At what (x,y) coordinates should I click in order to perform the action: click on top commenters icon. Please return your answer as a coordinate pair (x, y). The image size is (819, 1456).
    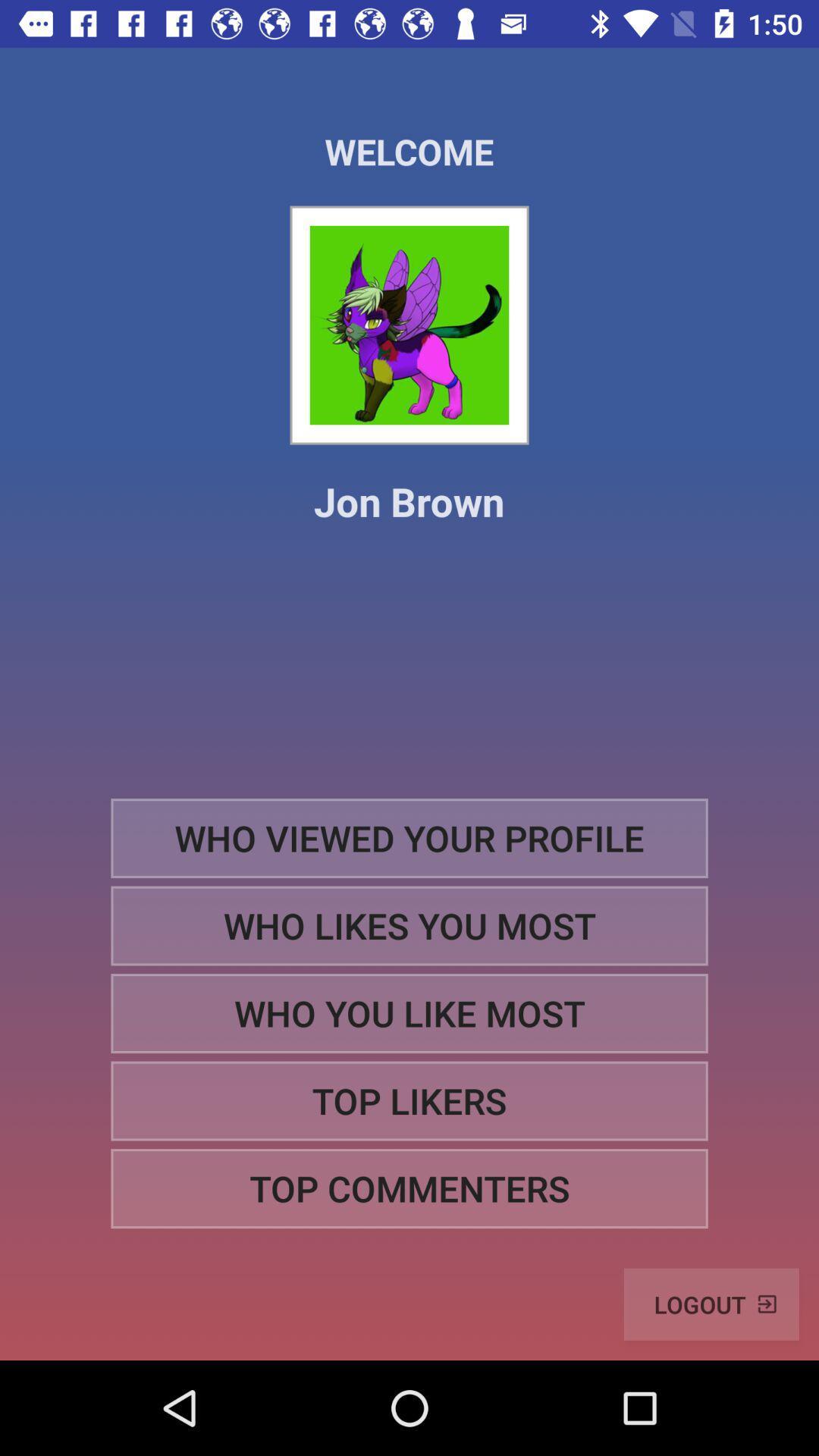
    Looking at the image, I should click on (409, 1188).